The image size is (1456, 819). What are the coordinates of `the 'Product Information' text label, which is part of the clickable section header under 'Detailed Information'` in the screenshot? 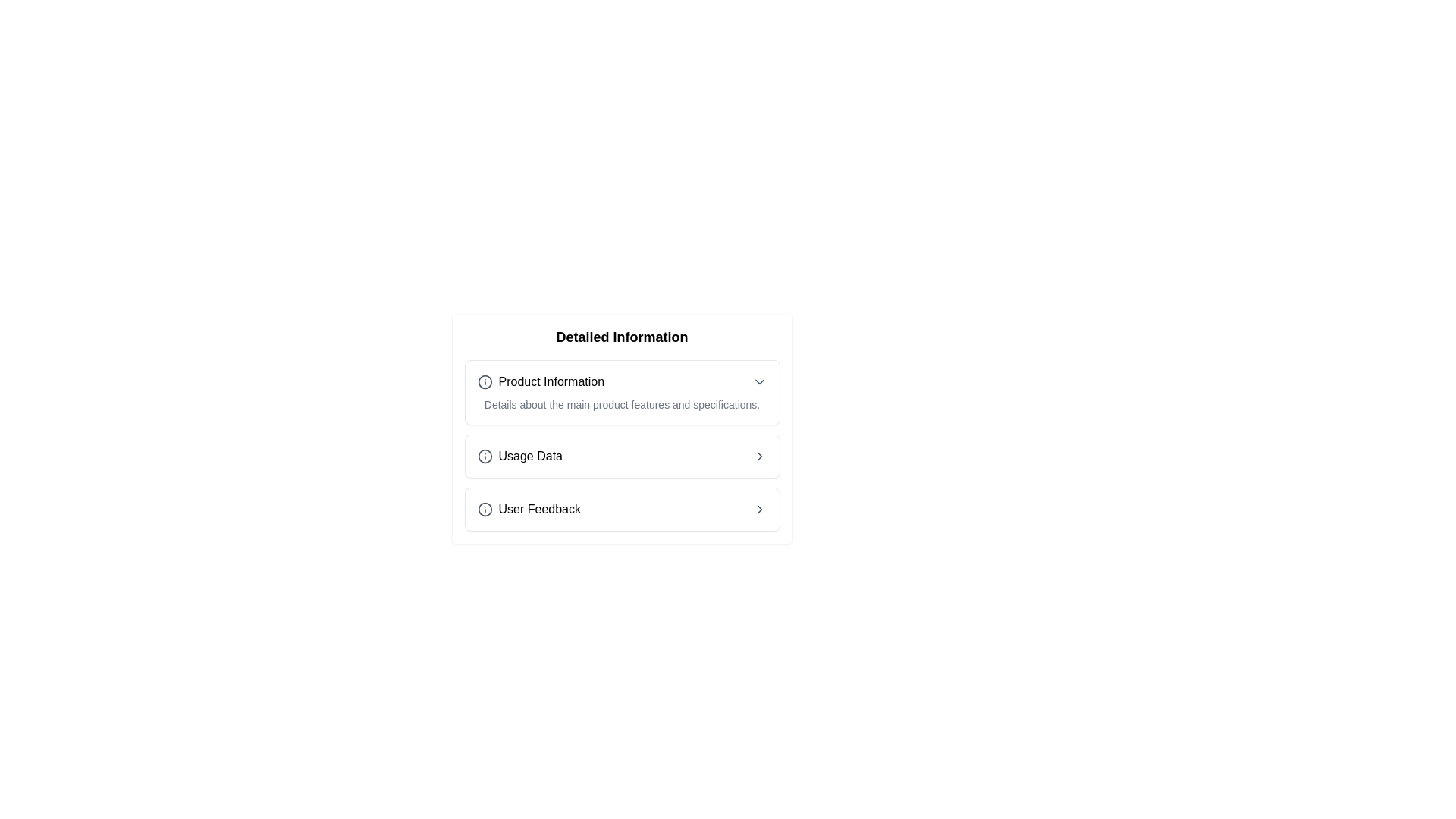 It's located at (551, 381).